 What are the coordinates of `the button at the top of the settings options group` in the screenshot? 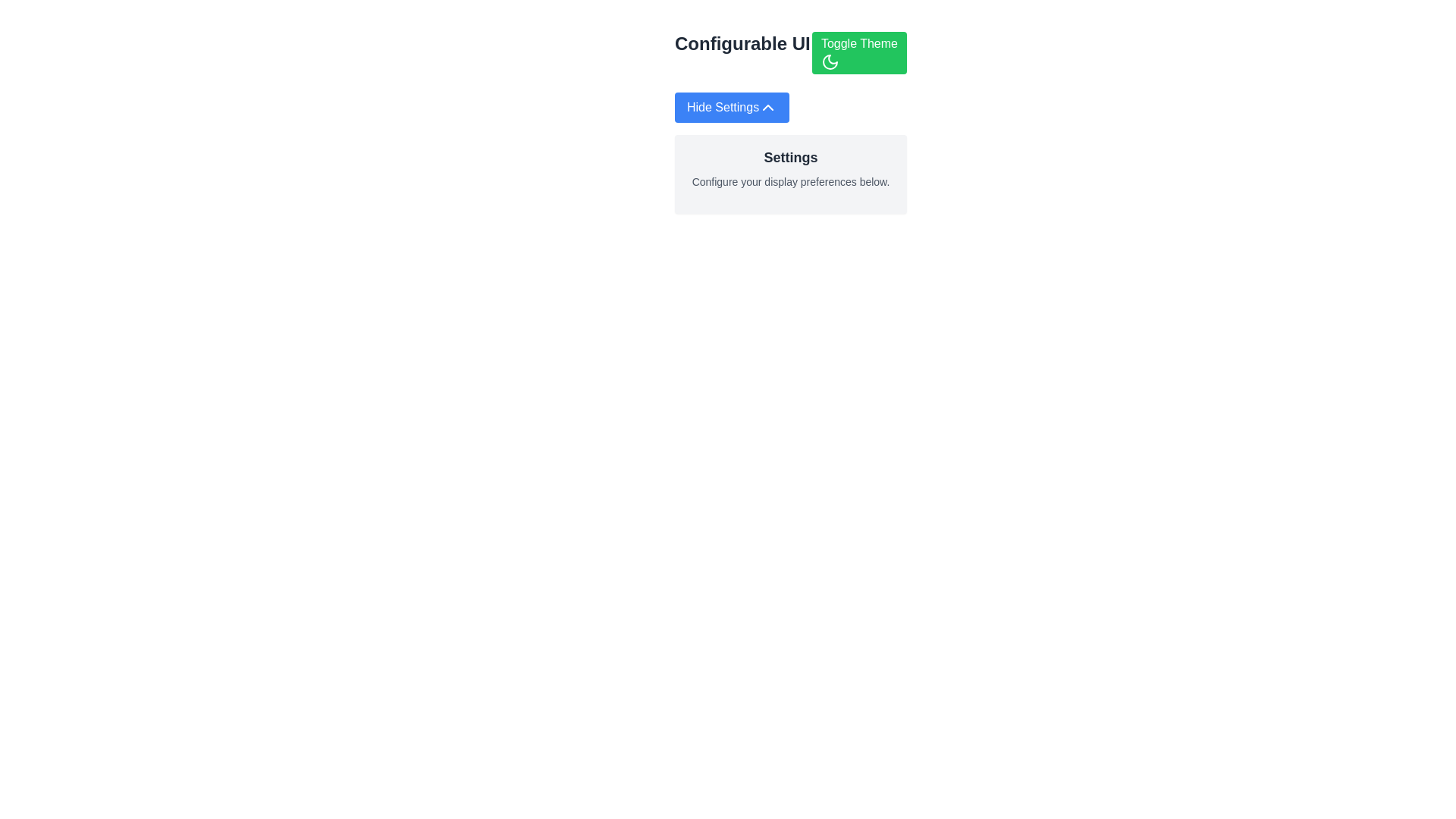 It's located at (732, 107).